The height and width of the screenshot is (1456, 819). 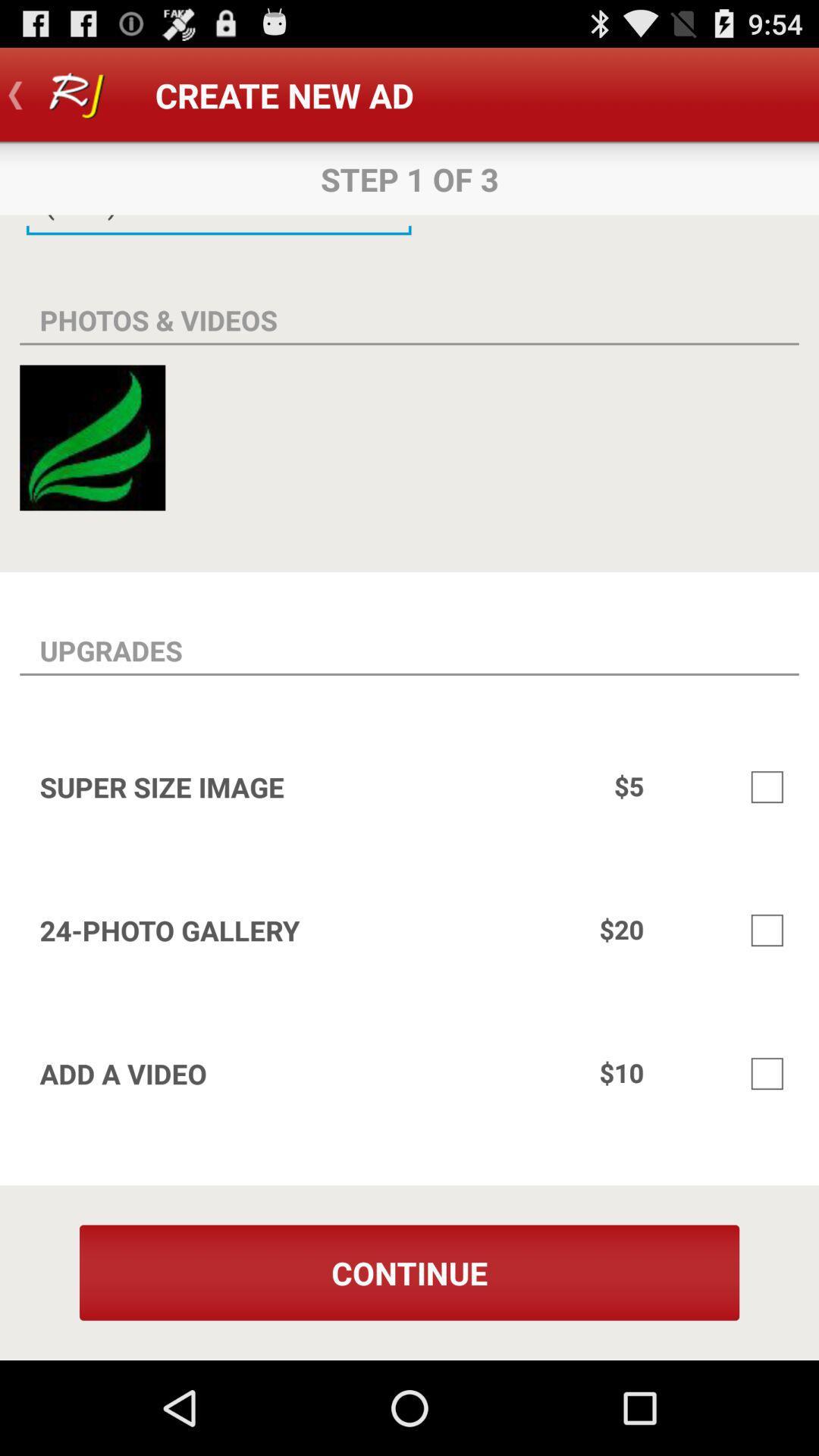 What do you see at coordinates (767, 786) in the screenshot?
I see `super sized image` at bounding box center [767, 786].